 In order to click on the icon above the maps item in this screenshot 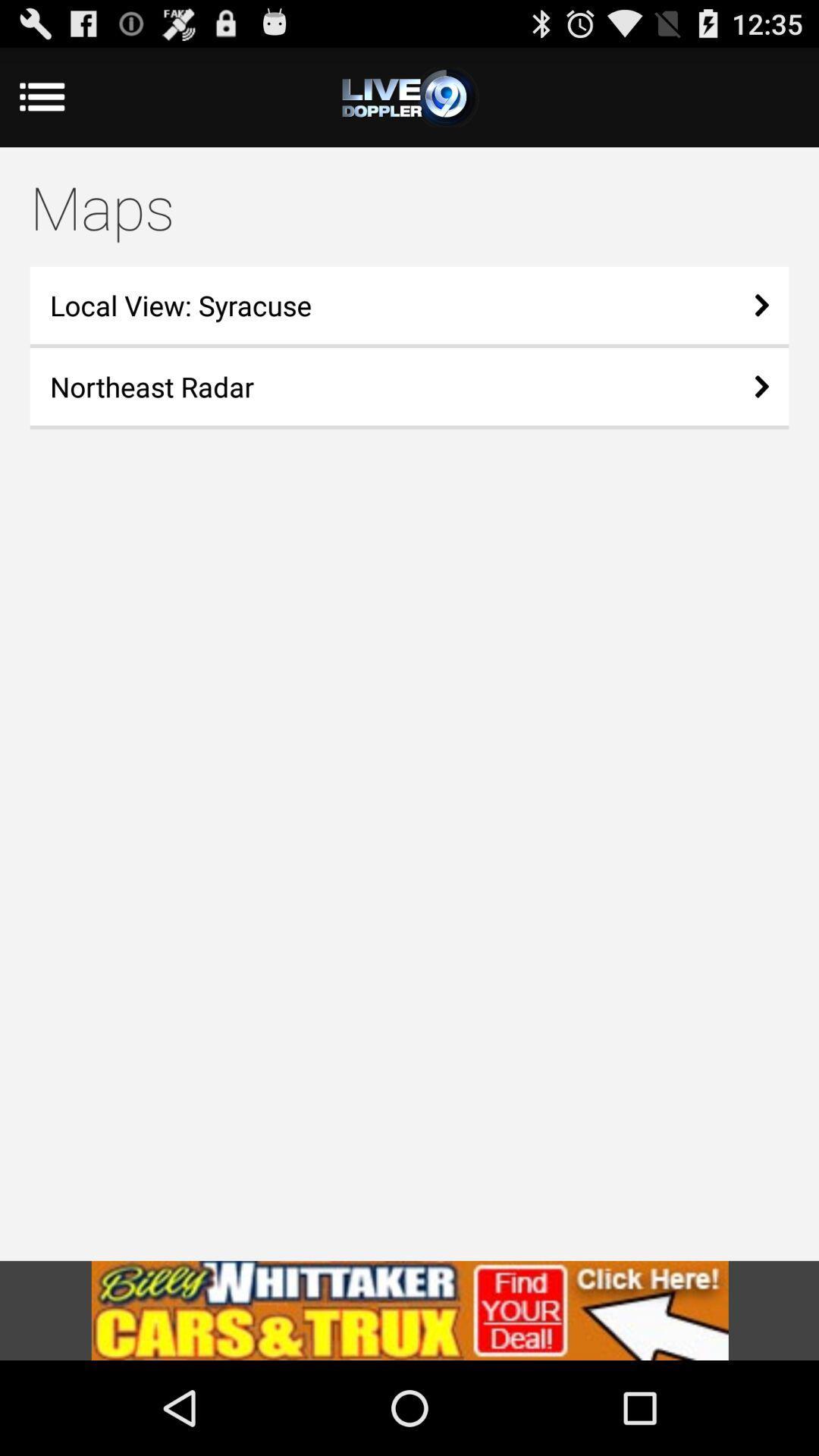, I will do `click(61, 96)`.